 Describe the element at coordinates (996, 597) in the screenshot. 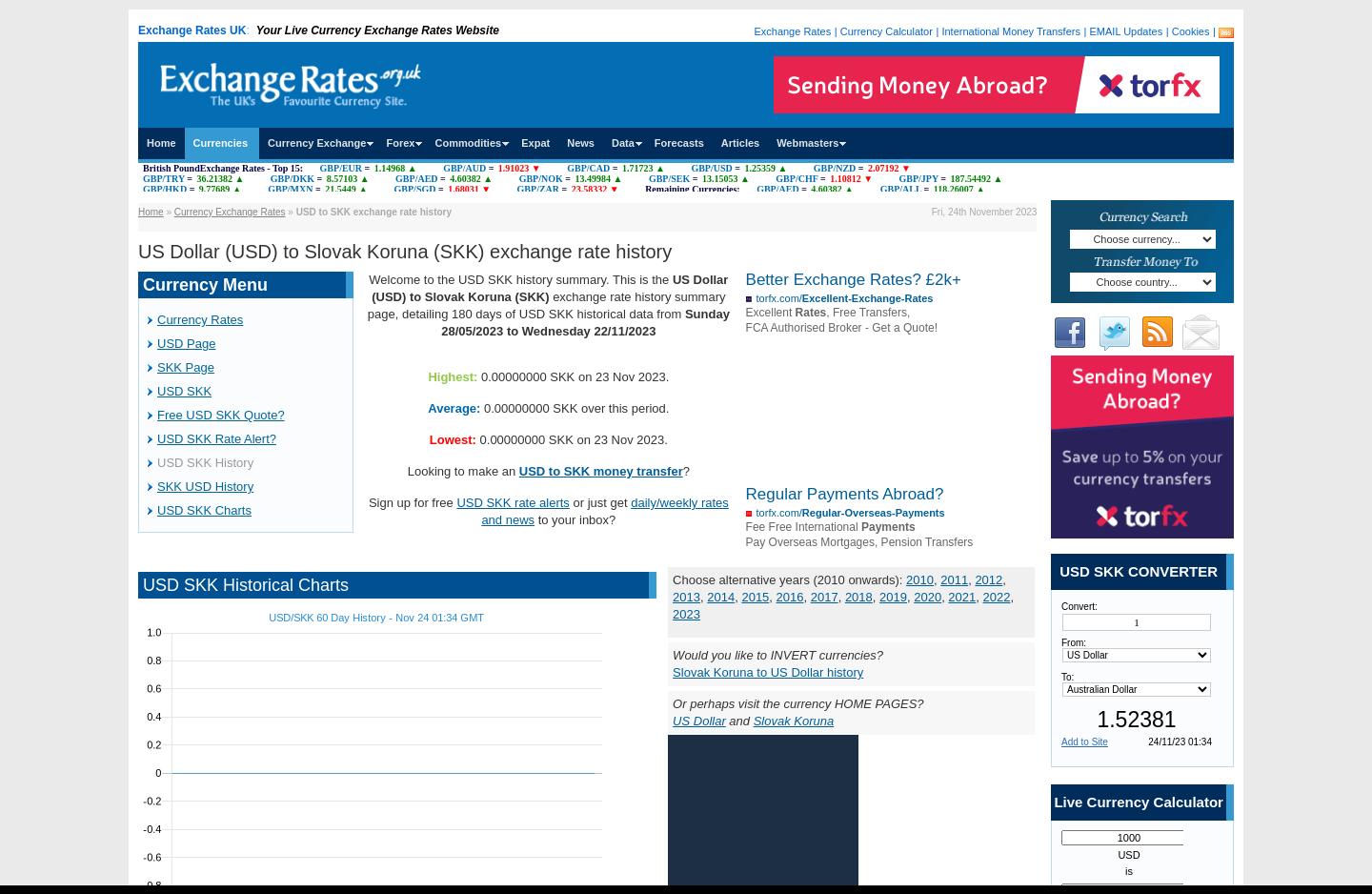

I see `'2022'` at that location.